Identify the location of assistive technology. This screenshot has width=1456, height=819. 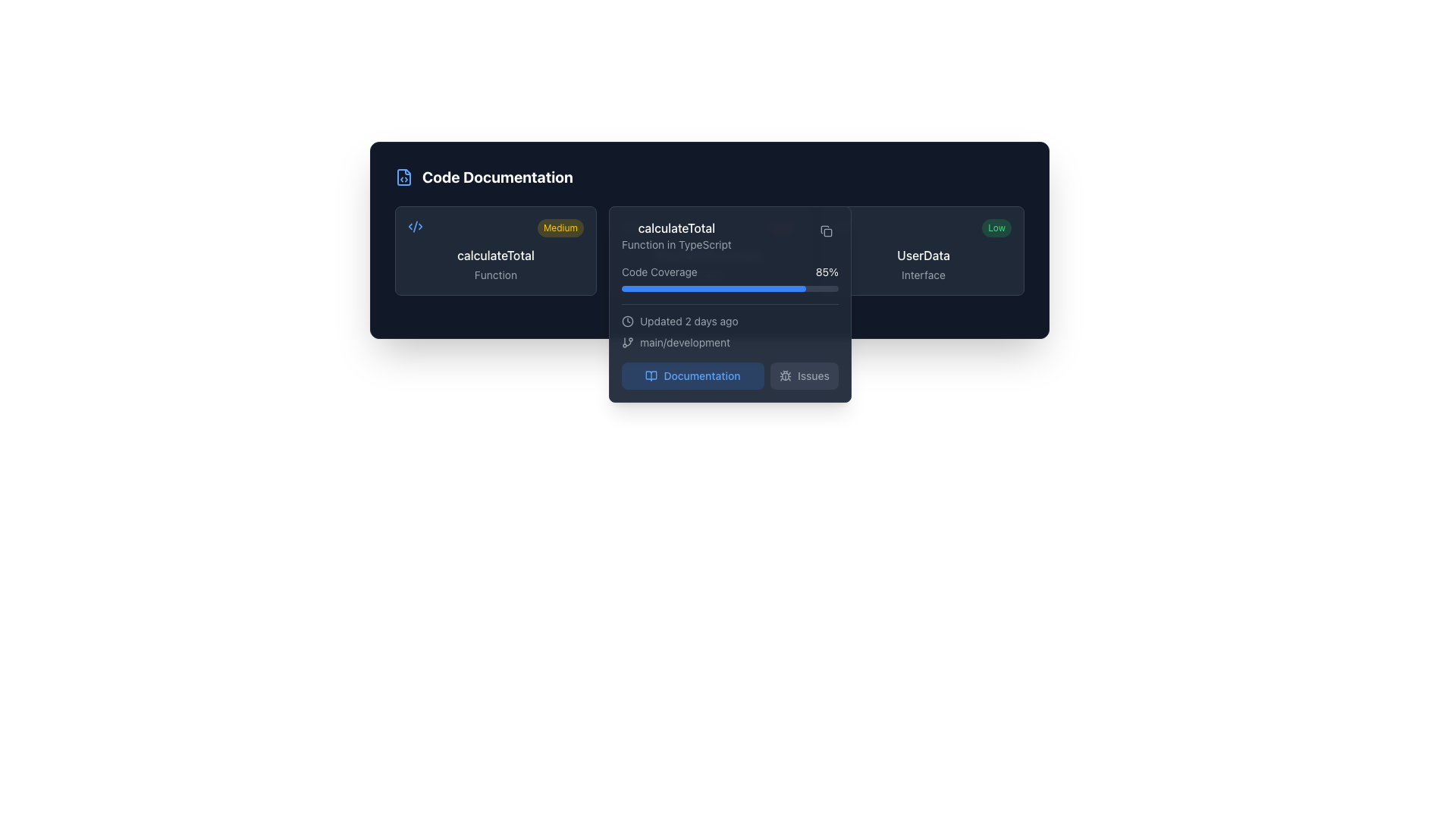
(403, 177).